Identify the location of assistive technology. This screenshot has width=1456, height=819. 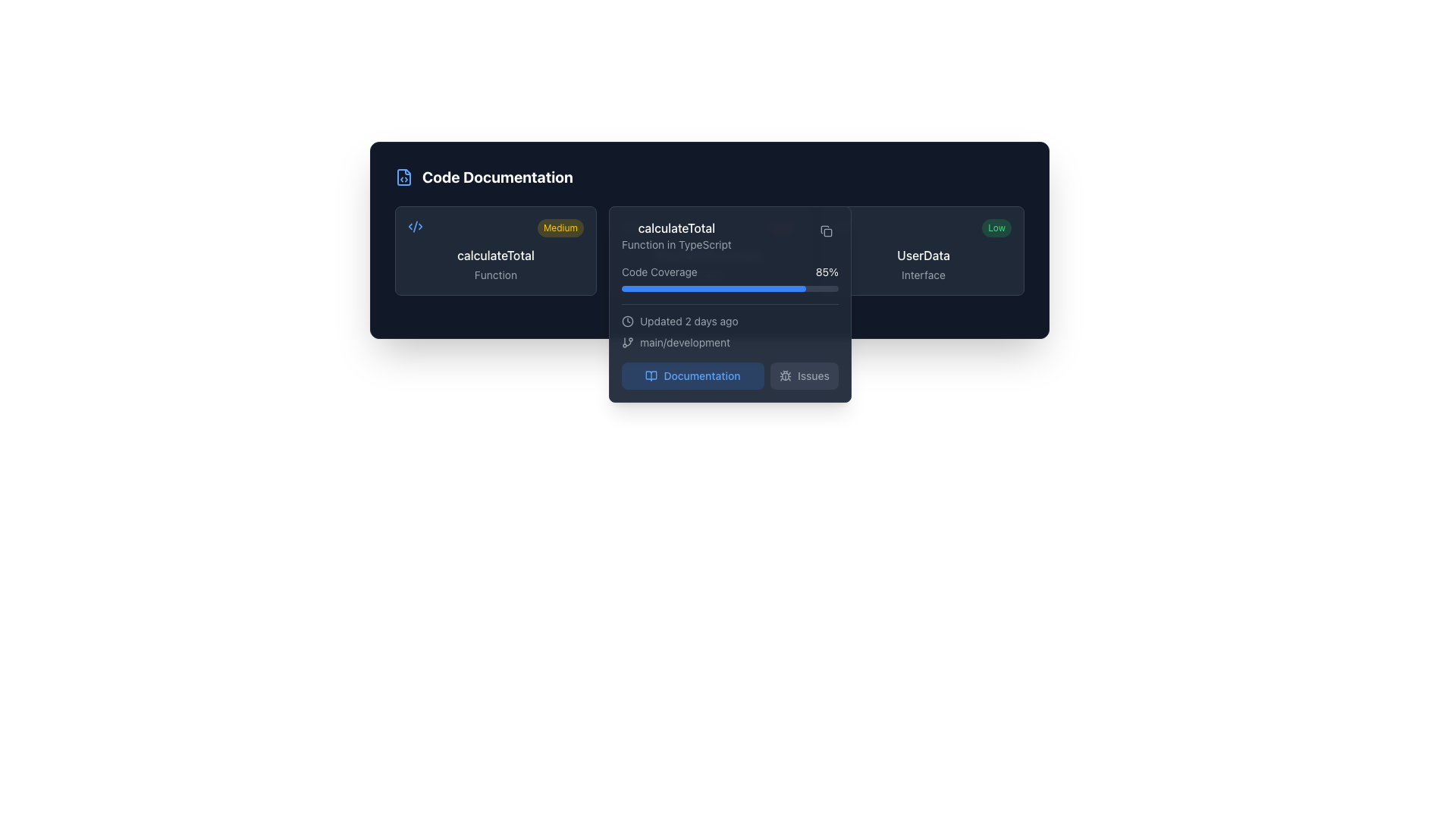
(403, 177).